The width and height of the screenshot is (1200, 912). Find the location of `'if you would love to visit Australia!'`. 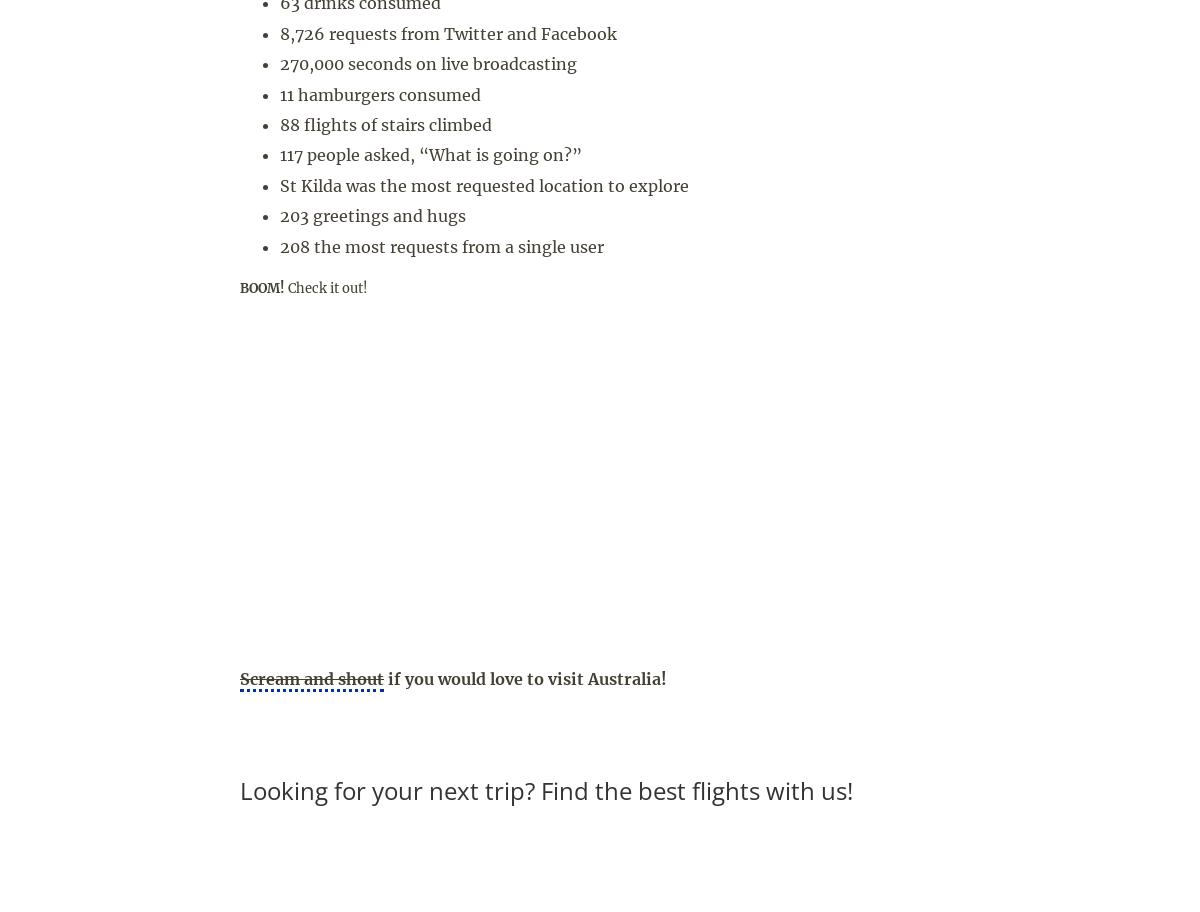

'if you would love to visit Australia!' is located at coordinates (524, 677).